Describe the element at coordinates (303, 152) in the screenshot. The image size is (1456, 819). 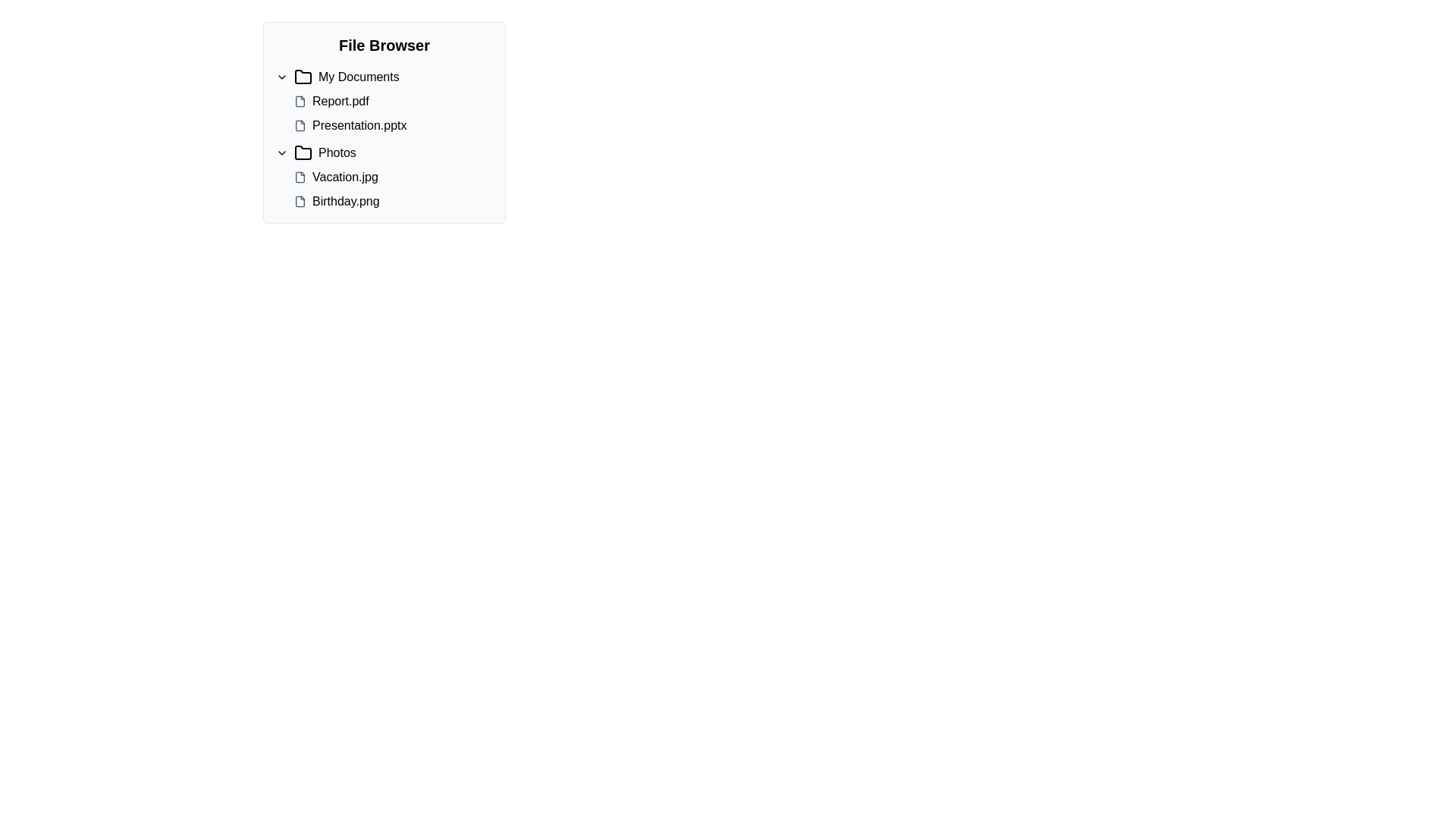
I see `the folder icon labeled 'Photos', which is positioned to the left of the text 'Photos' and to the right of a downward-pointing chevron icon in the file manager interface` at that location.